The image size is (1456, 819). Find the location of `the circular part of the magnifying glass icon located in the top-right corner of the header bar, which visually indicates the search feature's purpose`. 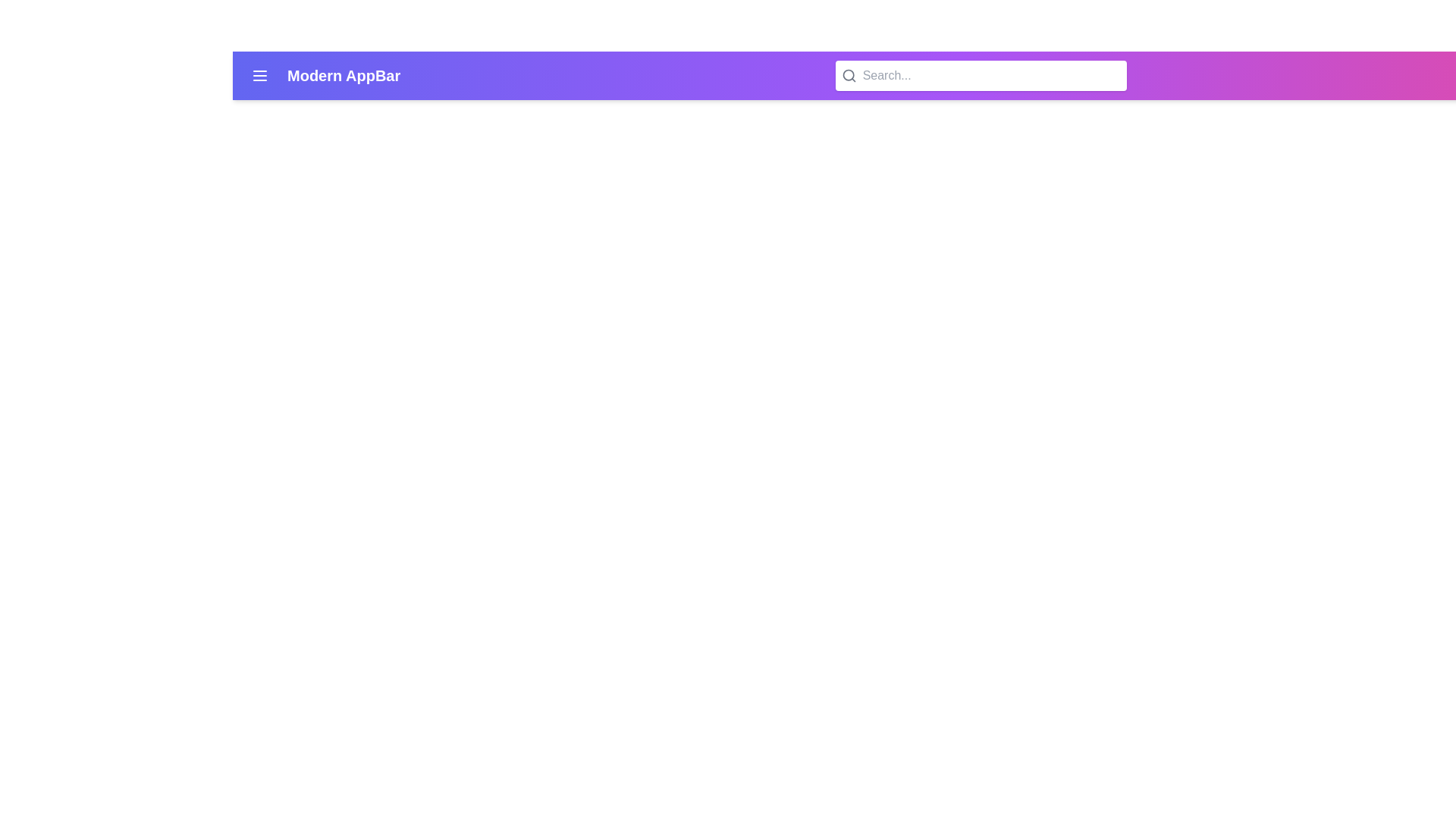

the circular part of the magnifying glass icon located in the top-right corner of the header bar, which visually indicates the search feature's purpose is located at coordinates (847, 75).